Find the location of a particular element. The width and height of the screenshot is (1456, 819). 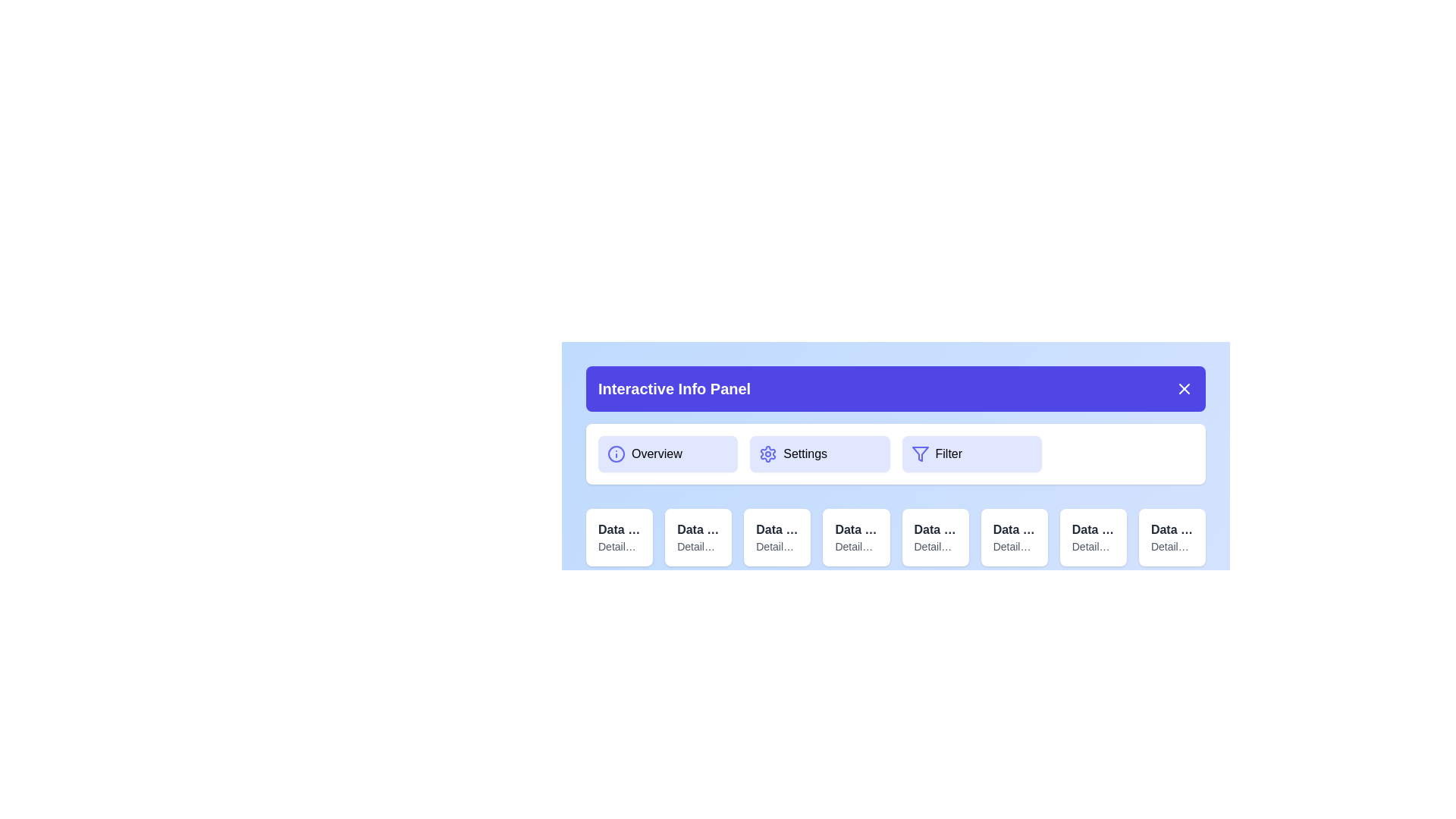

the Settings button in the navigation panel is located at coordinates (818, 453).